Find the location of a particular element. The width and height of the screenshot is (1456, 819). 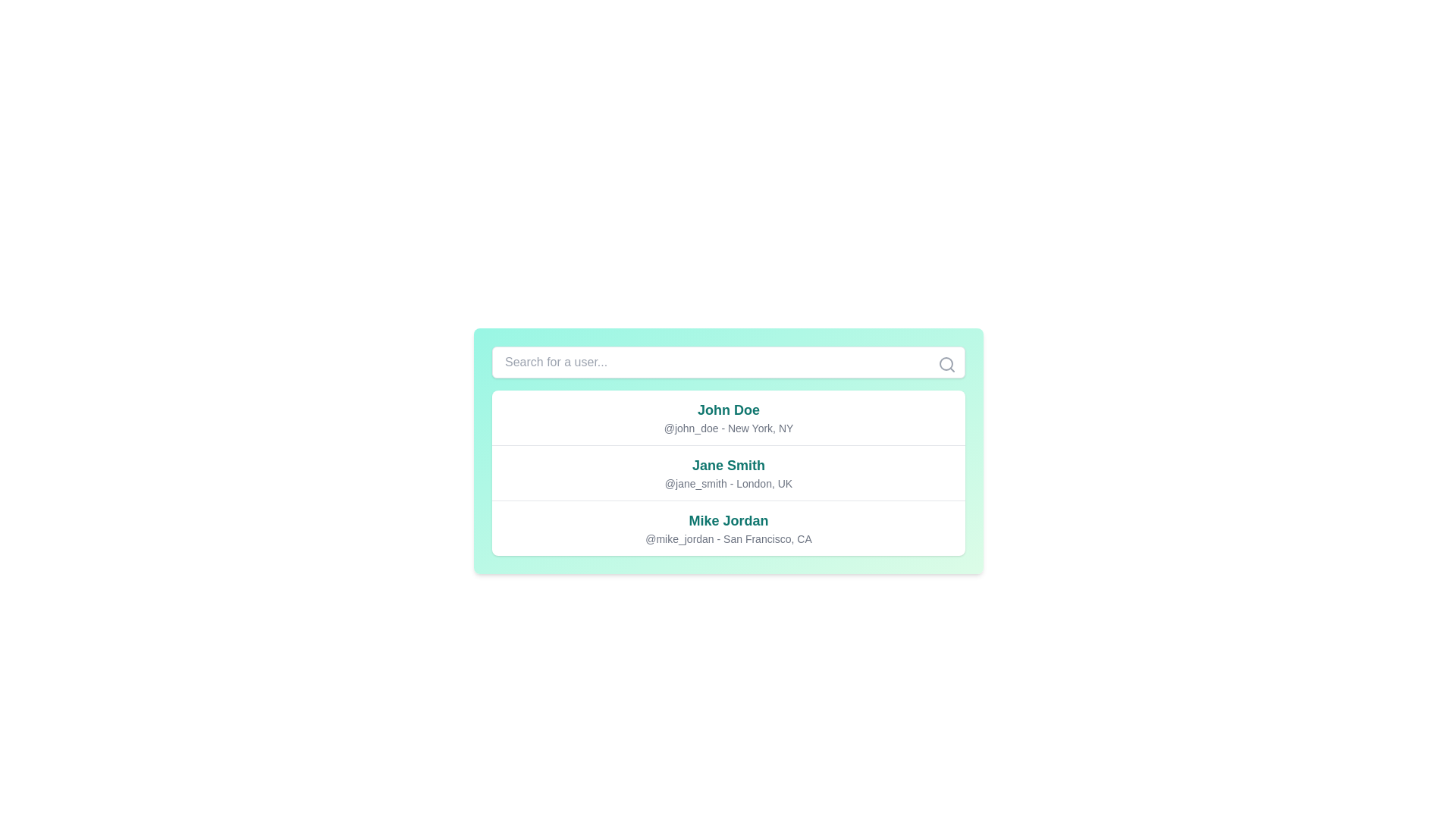

the second List item displaying user information, which is a rectangular white card with rounded corners containing a name in bold teal text and additional details in smaller gray text is located at coordinates (728, 472).